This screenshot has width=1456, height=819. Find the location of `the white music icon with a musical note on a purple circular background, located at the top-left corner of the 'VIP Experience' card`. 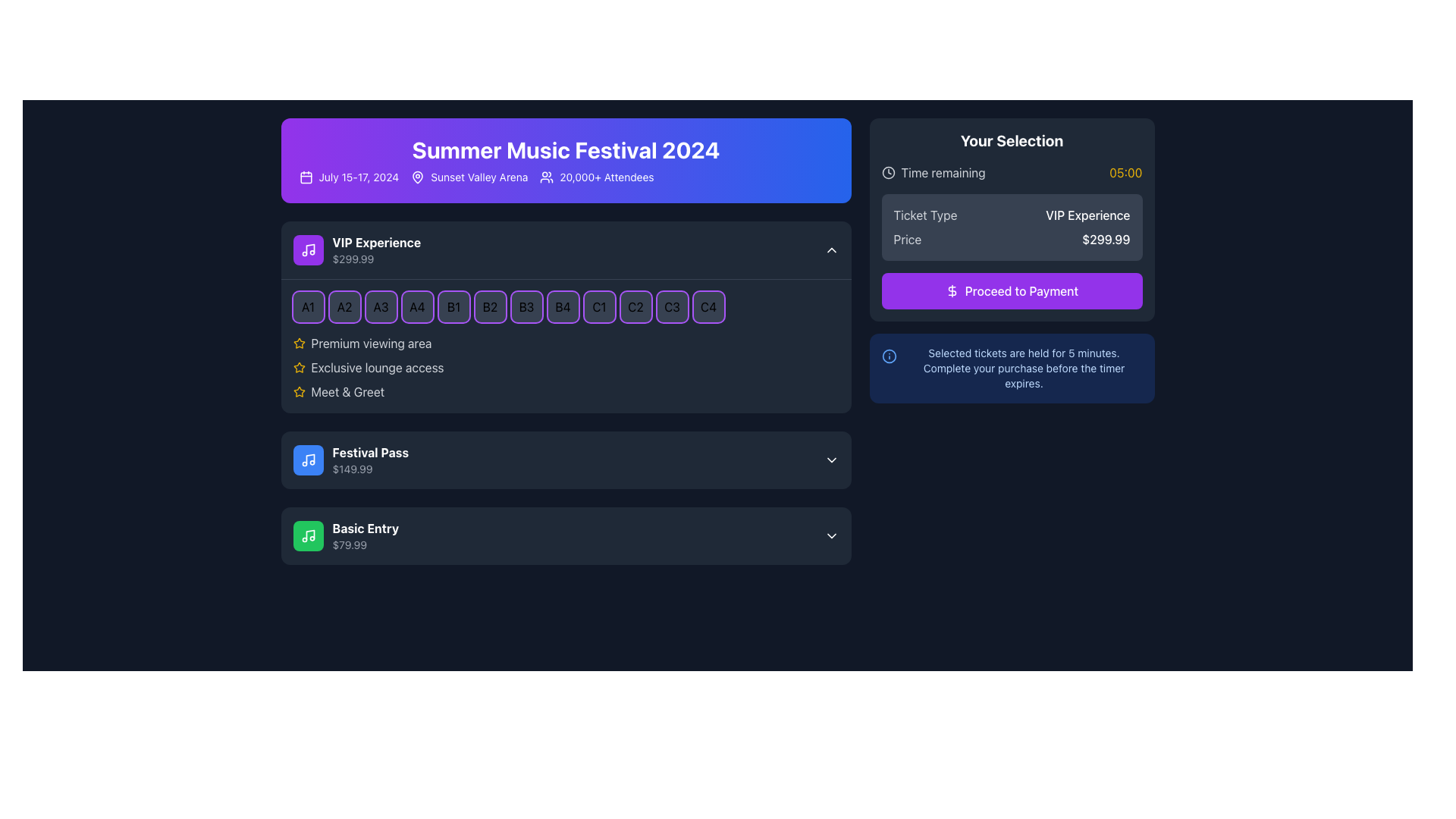

the white music icon with a musical note on a purple circular background, located at the top-left corner of the 'VIP Experience' card is located at coordinates (307, 249).